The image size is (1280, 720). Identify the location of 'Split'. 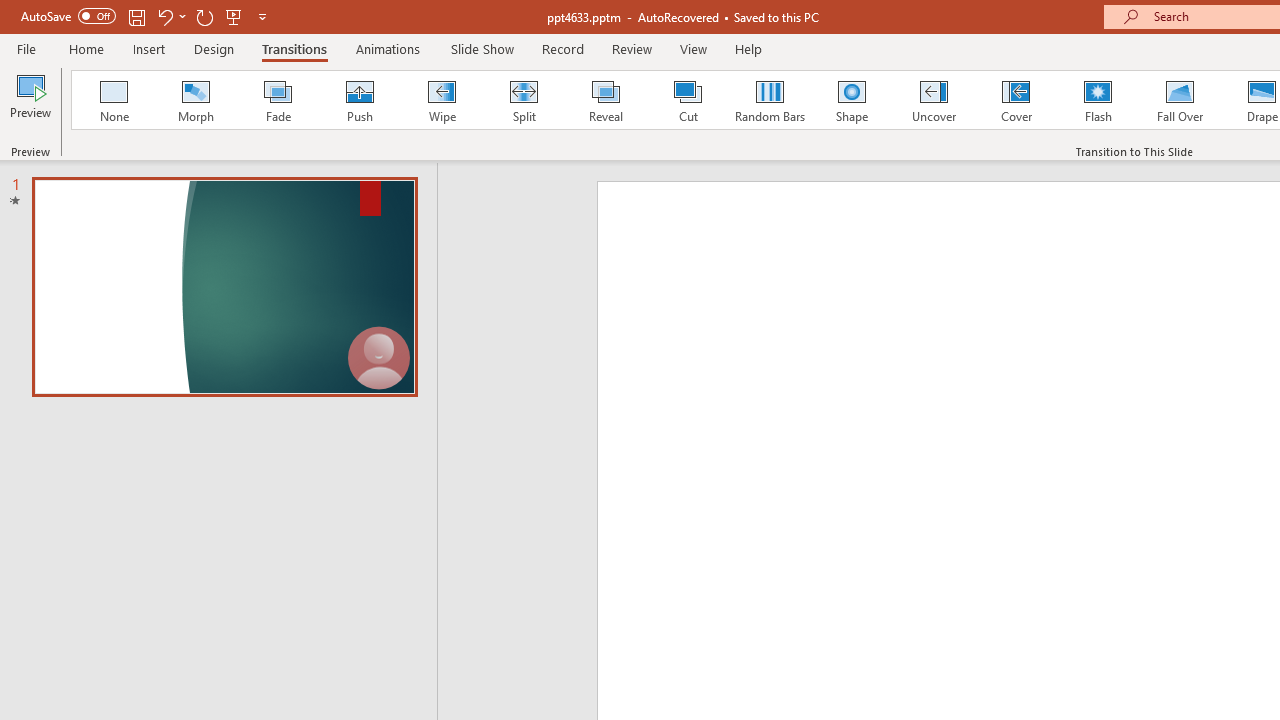
(523, 100).